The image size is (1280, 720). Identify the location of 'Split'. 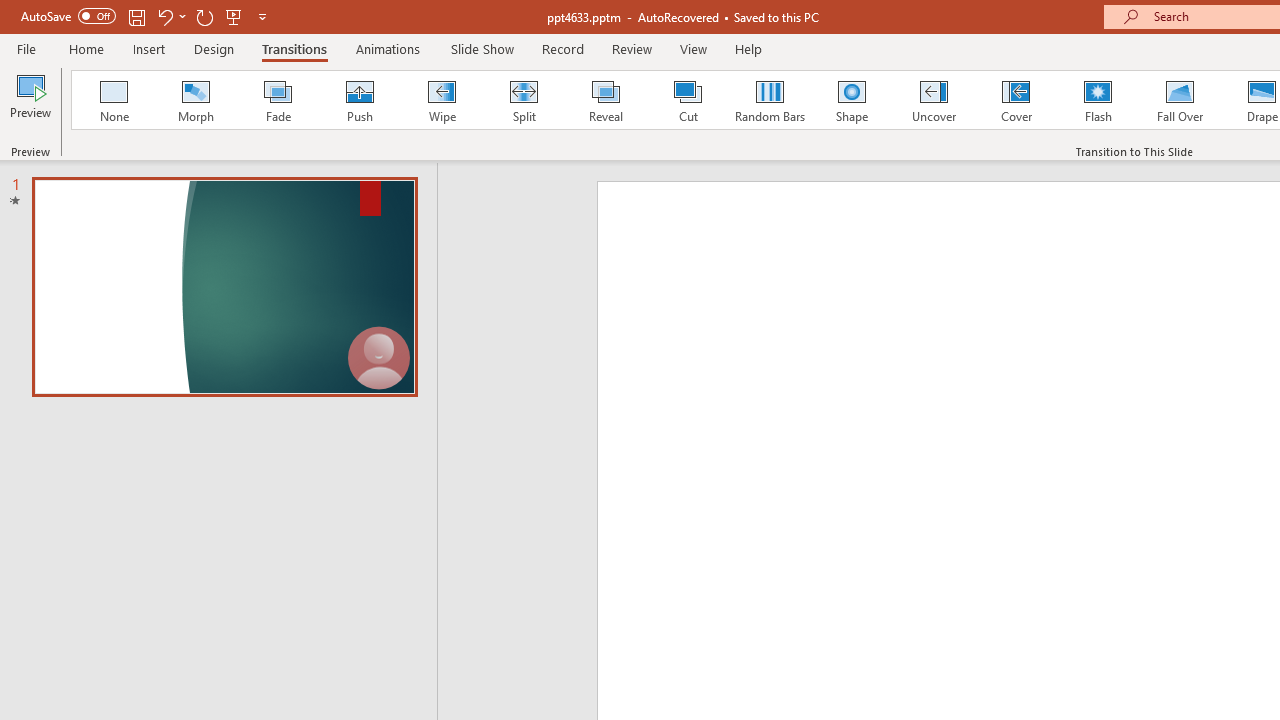
(523, 100).